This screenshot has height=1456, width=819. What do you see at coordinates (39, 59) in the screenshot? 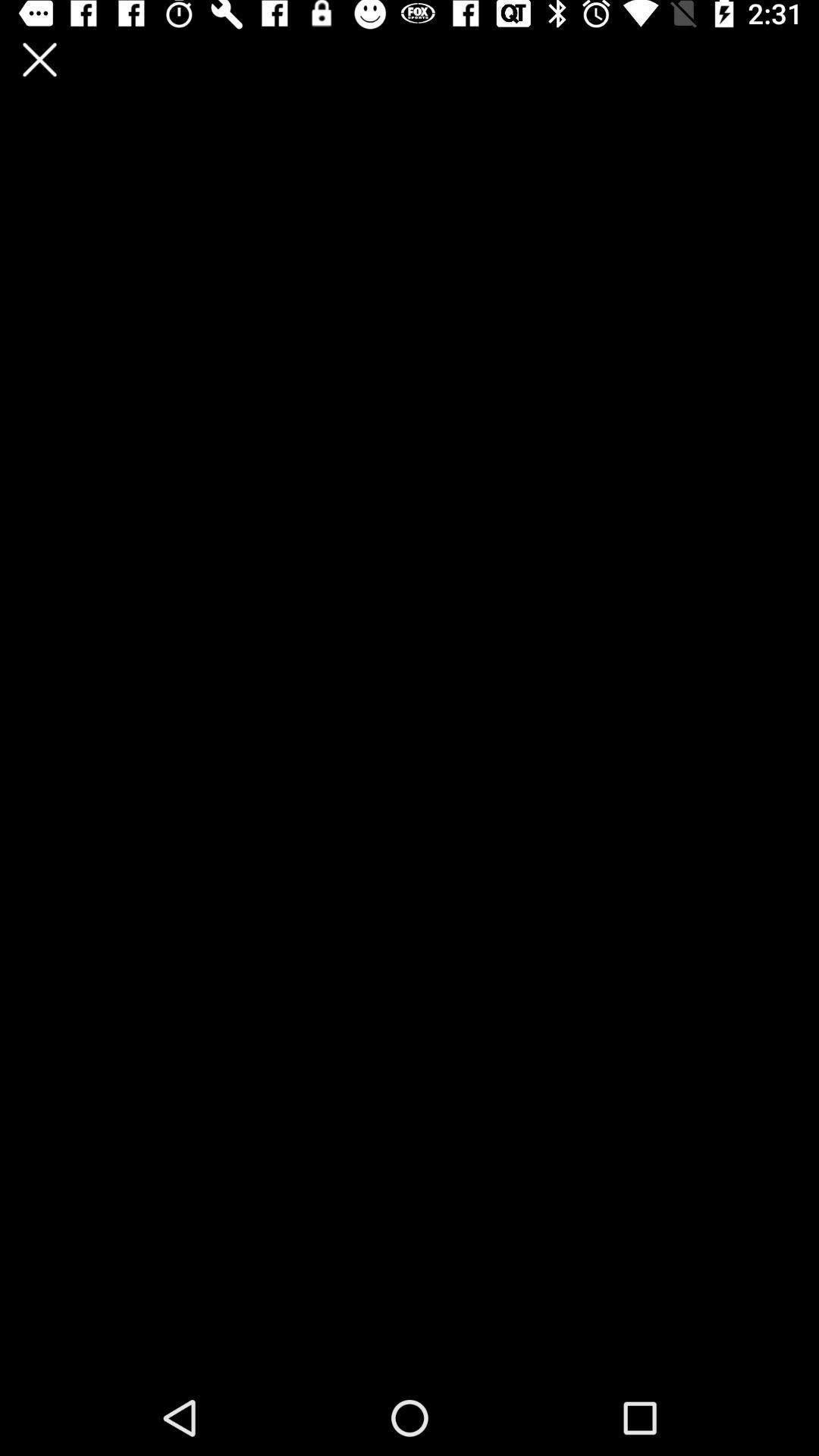
I see `the close icon` at bounding box center [39, 59].